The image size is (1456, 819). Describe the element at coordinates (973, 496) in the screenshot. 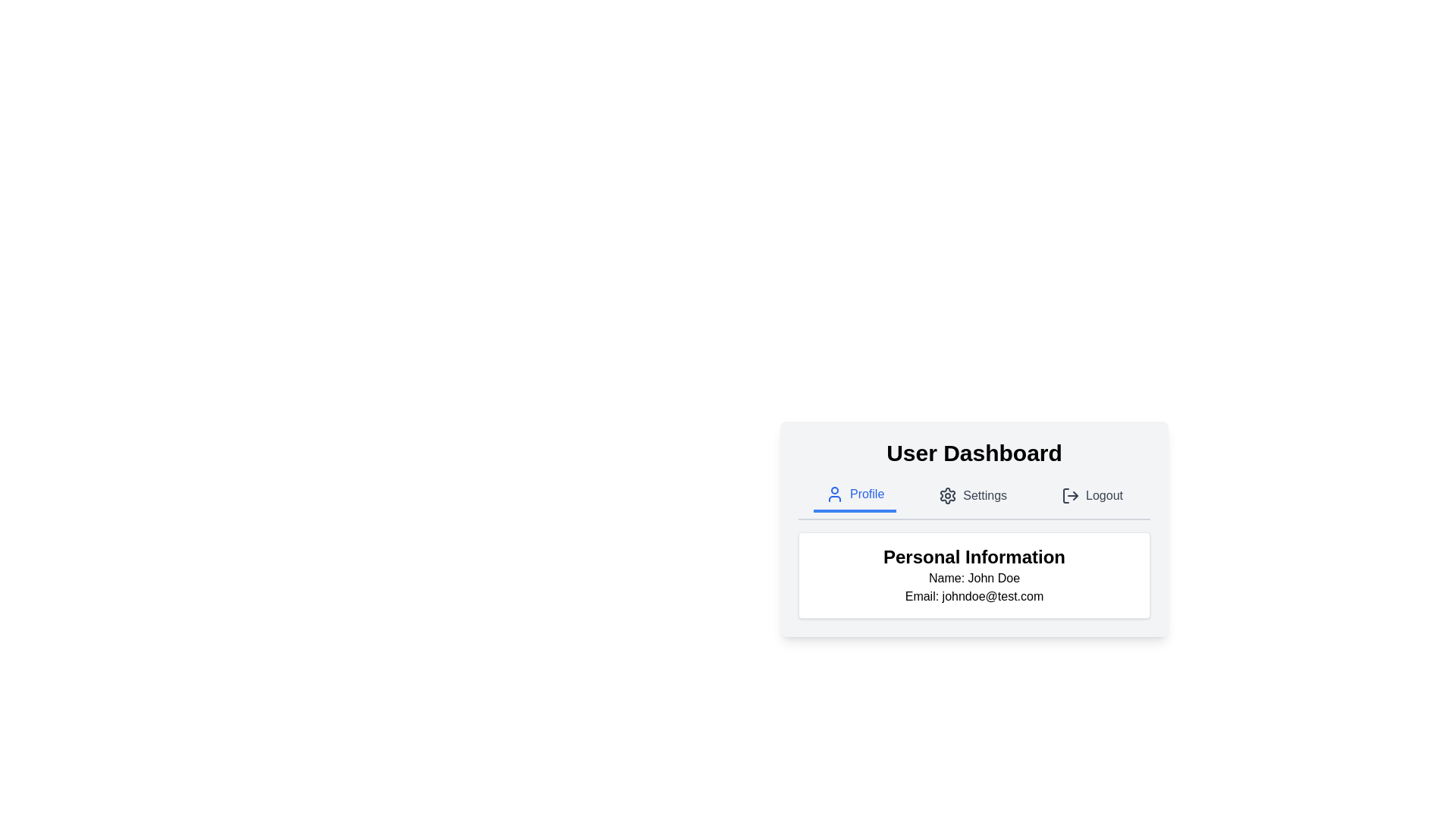

I see `the settings button located in the middle of the horizontal navigation bar, which provides access to configuration options` at that location.